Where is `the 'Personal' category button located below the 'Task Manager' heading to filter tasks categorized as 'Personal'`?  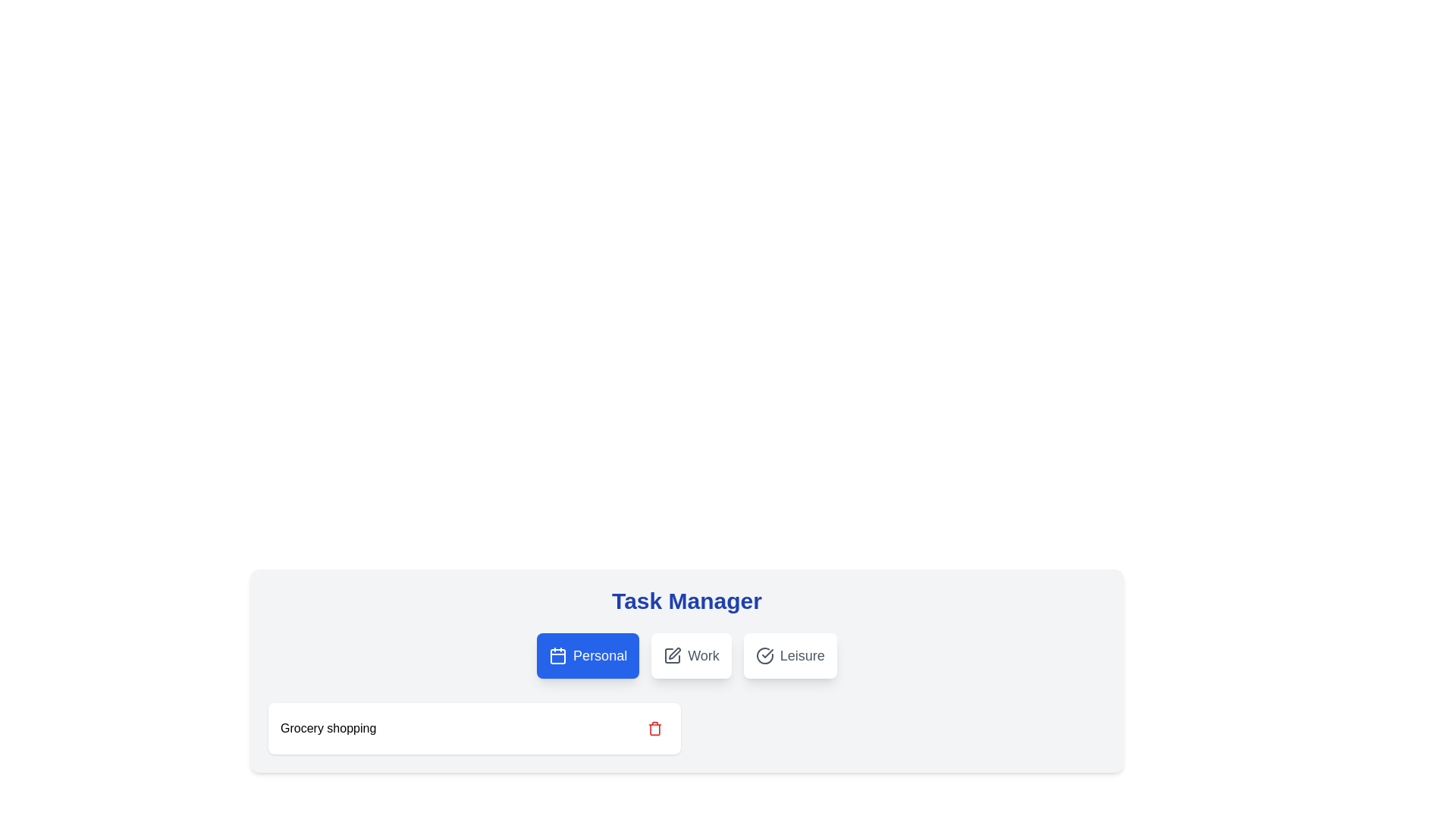 the 'Personal' category button located below the 'Task Manager' heading to filter tasks categorized as 'Personal' is located at coordinates (586, 654).